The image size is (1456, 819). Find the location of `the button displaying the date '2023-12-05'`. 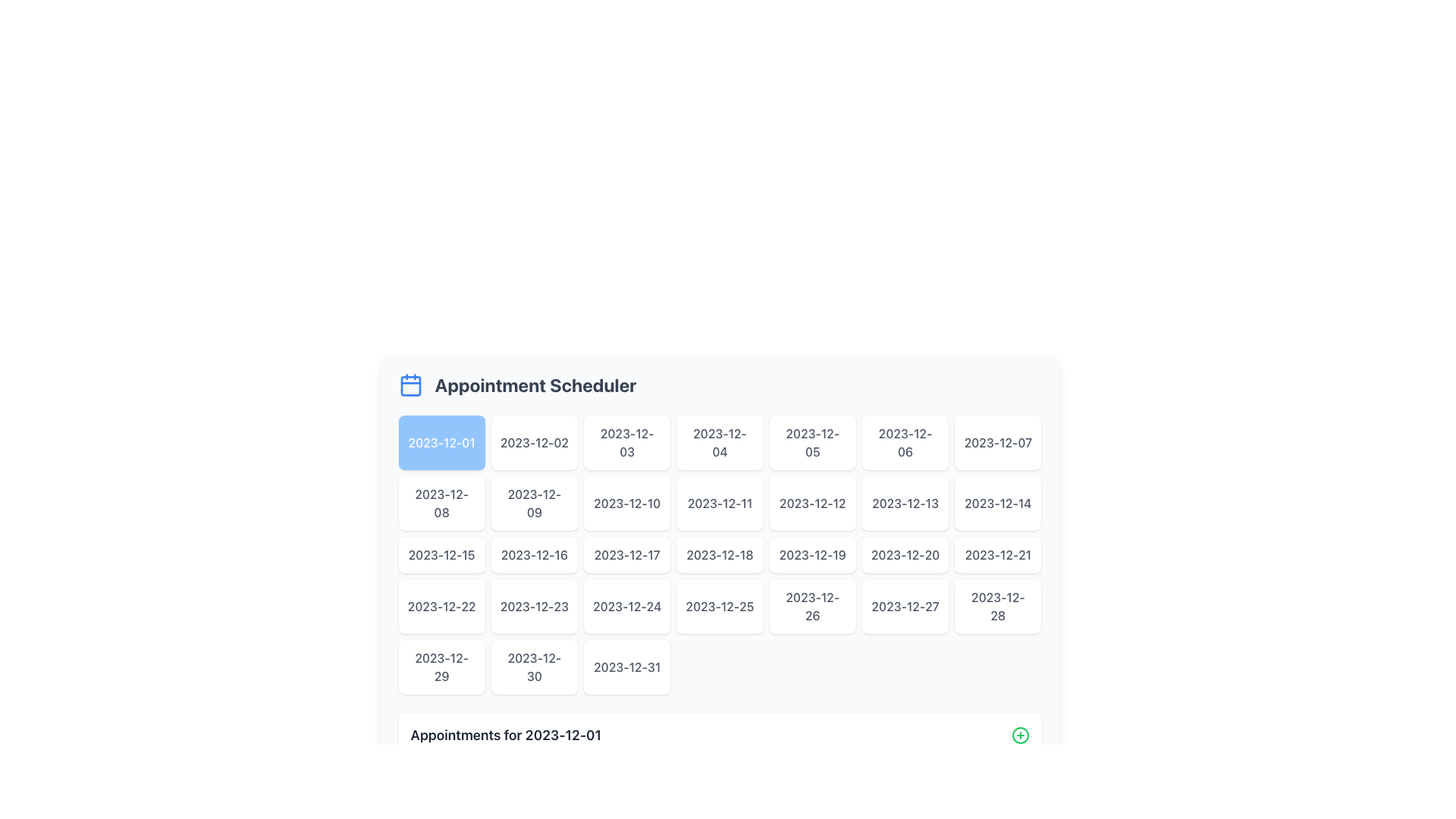

the button displaying the date '2023-12-05' is located at coordinates (811, 442).